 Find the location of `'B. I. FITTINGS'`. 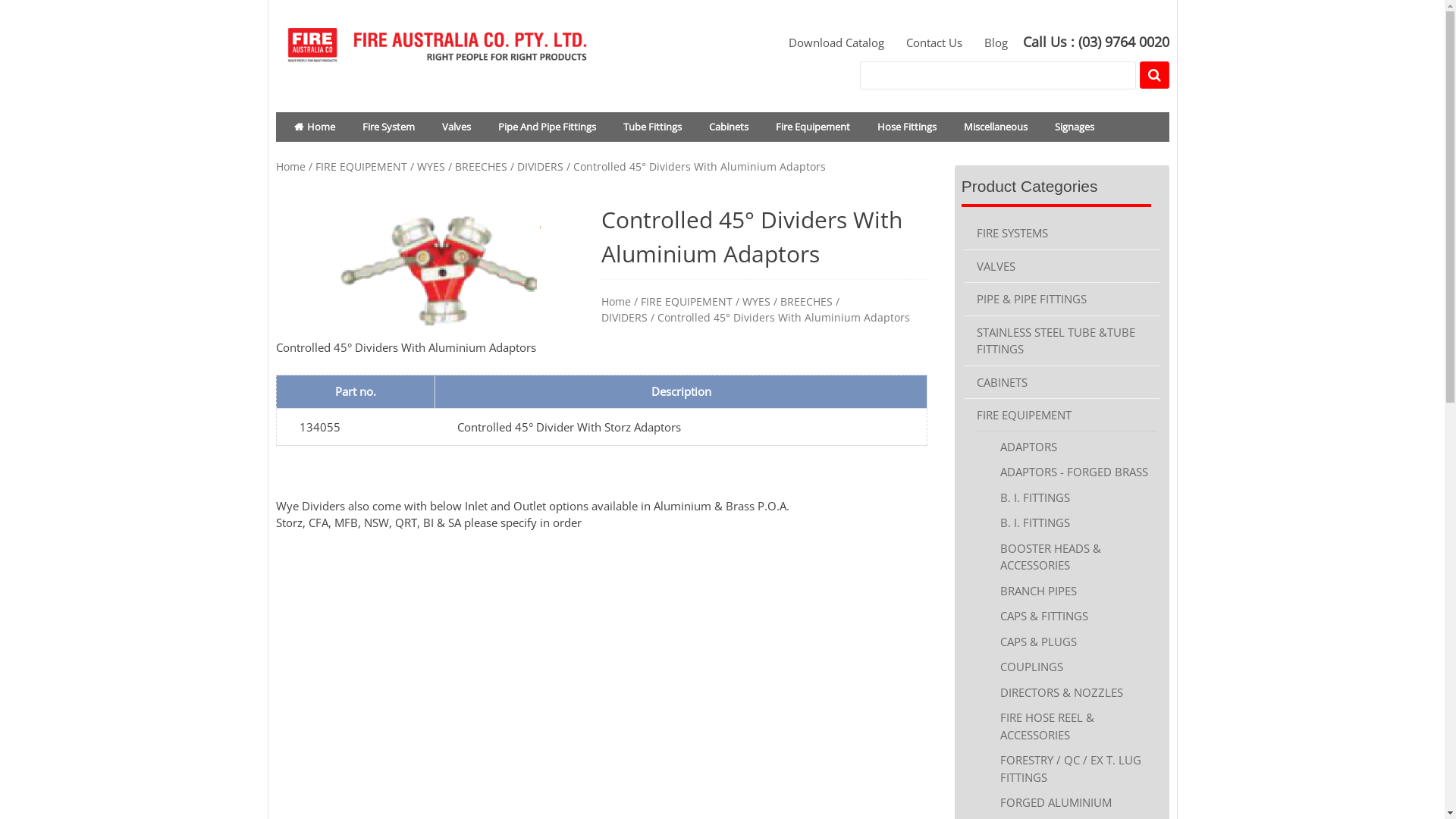

'B. I. FITTINGS' is located at coordinates (1034, 522).